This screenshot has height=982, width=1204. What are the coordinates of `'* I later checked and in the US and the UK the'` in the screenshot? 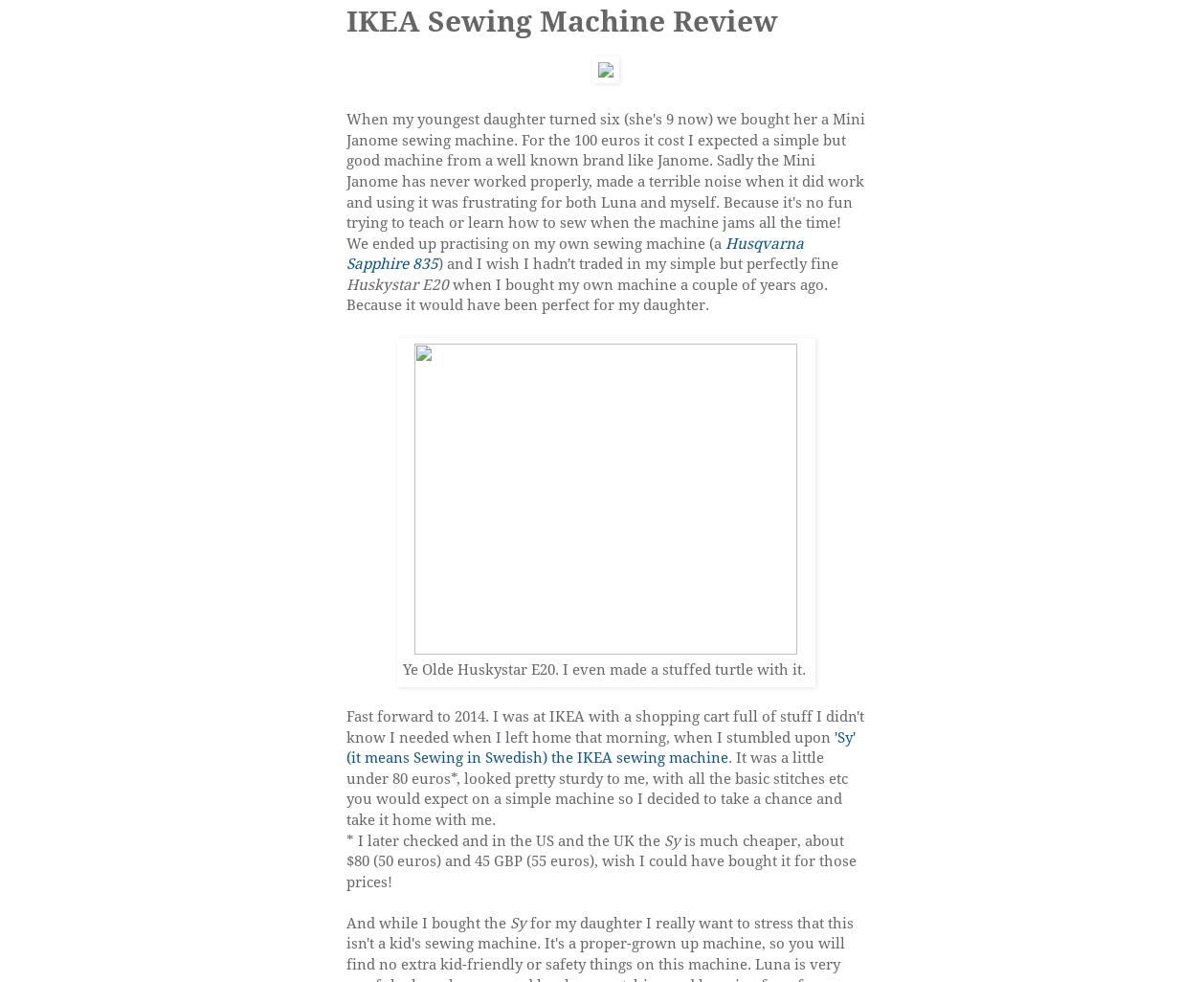 It's located at (503, 839).